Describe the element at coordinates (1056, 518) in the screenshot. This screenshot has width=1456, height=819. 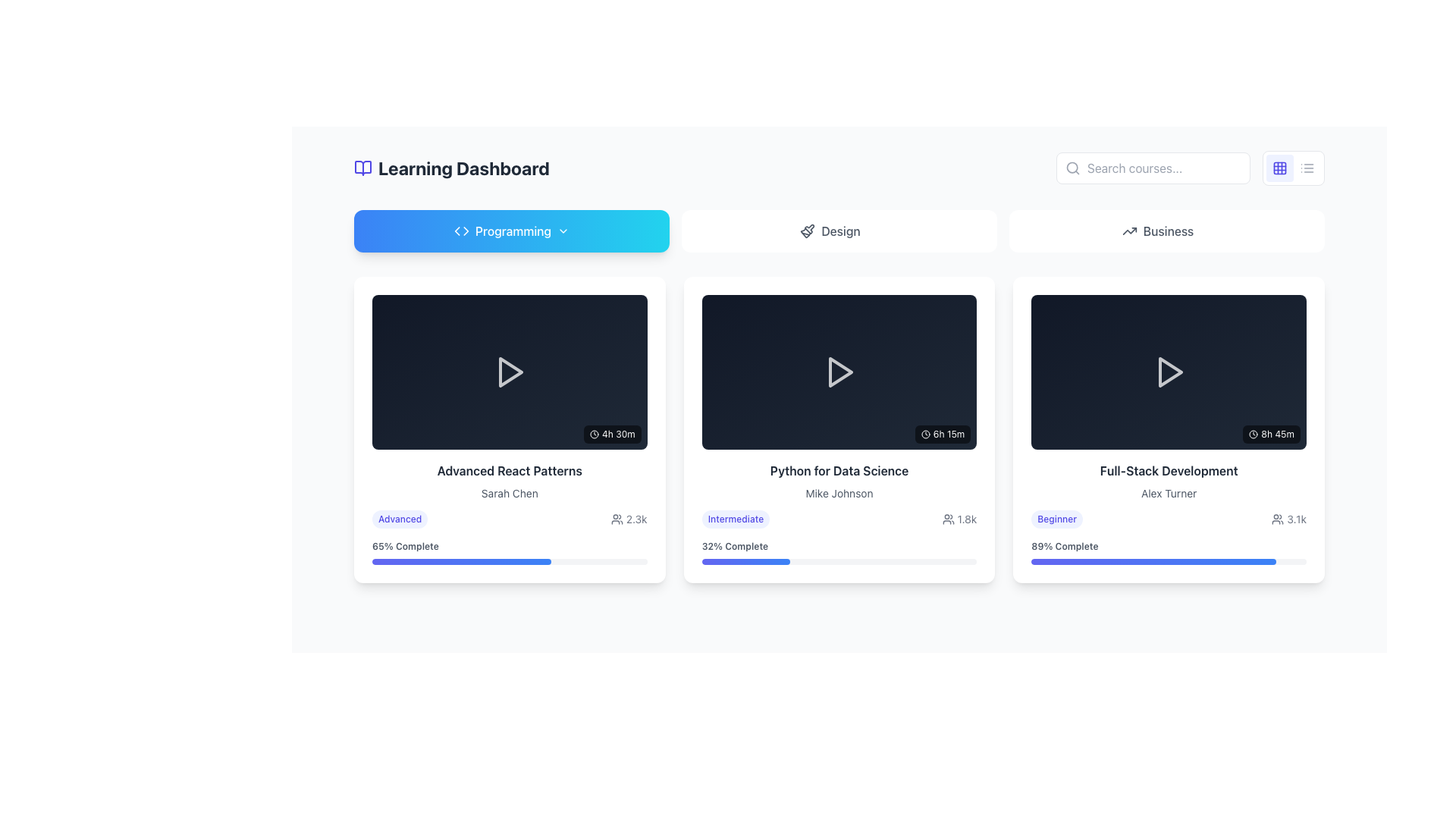
I see `the proficiency level or target audience label located at the bottom-left side of the 'Full-Stack Development' course card, above the progress bar` at that location.